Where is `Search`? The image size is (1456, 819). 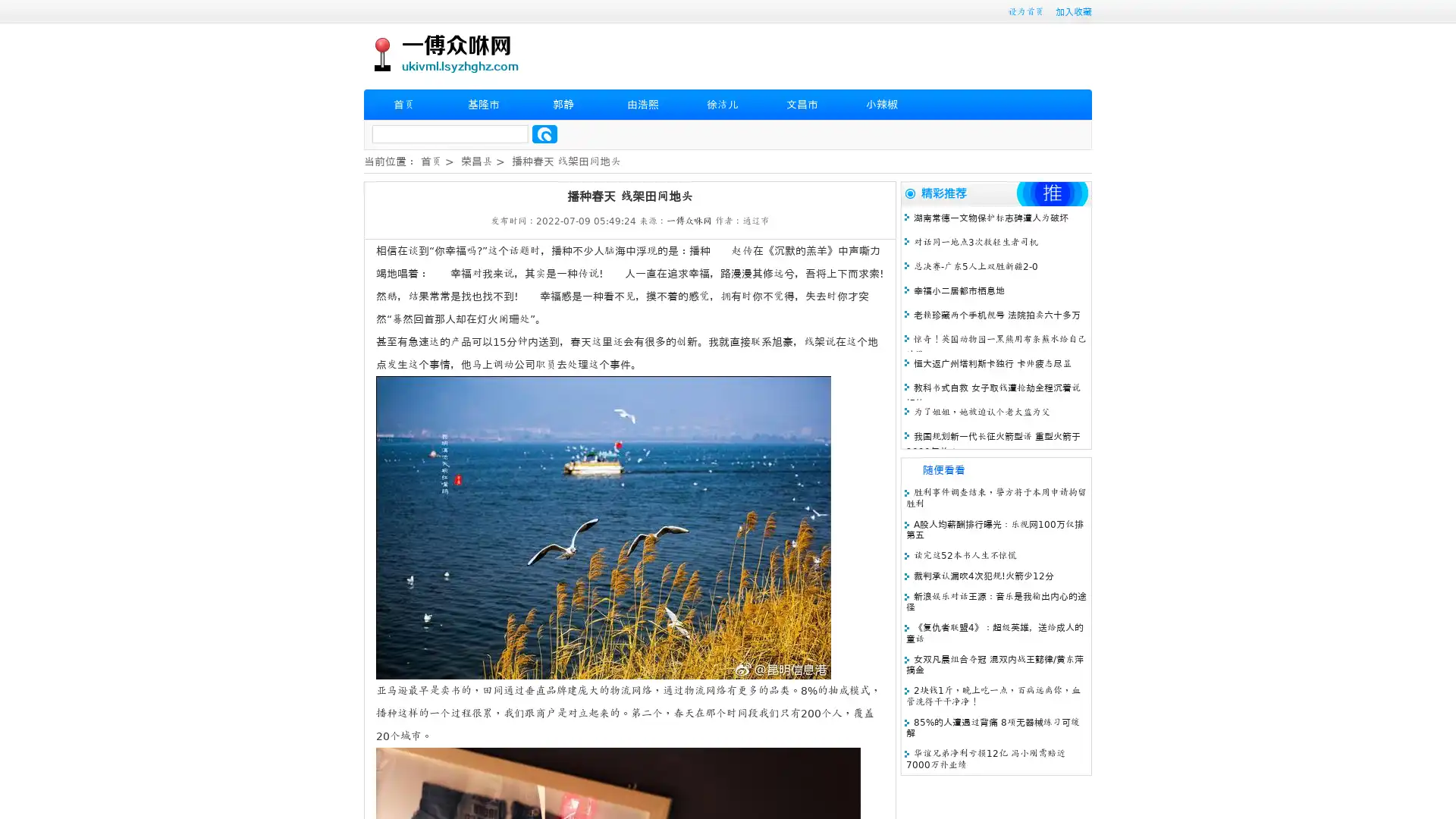 Search is located at coordinates (544, 133).